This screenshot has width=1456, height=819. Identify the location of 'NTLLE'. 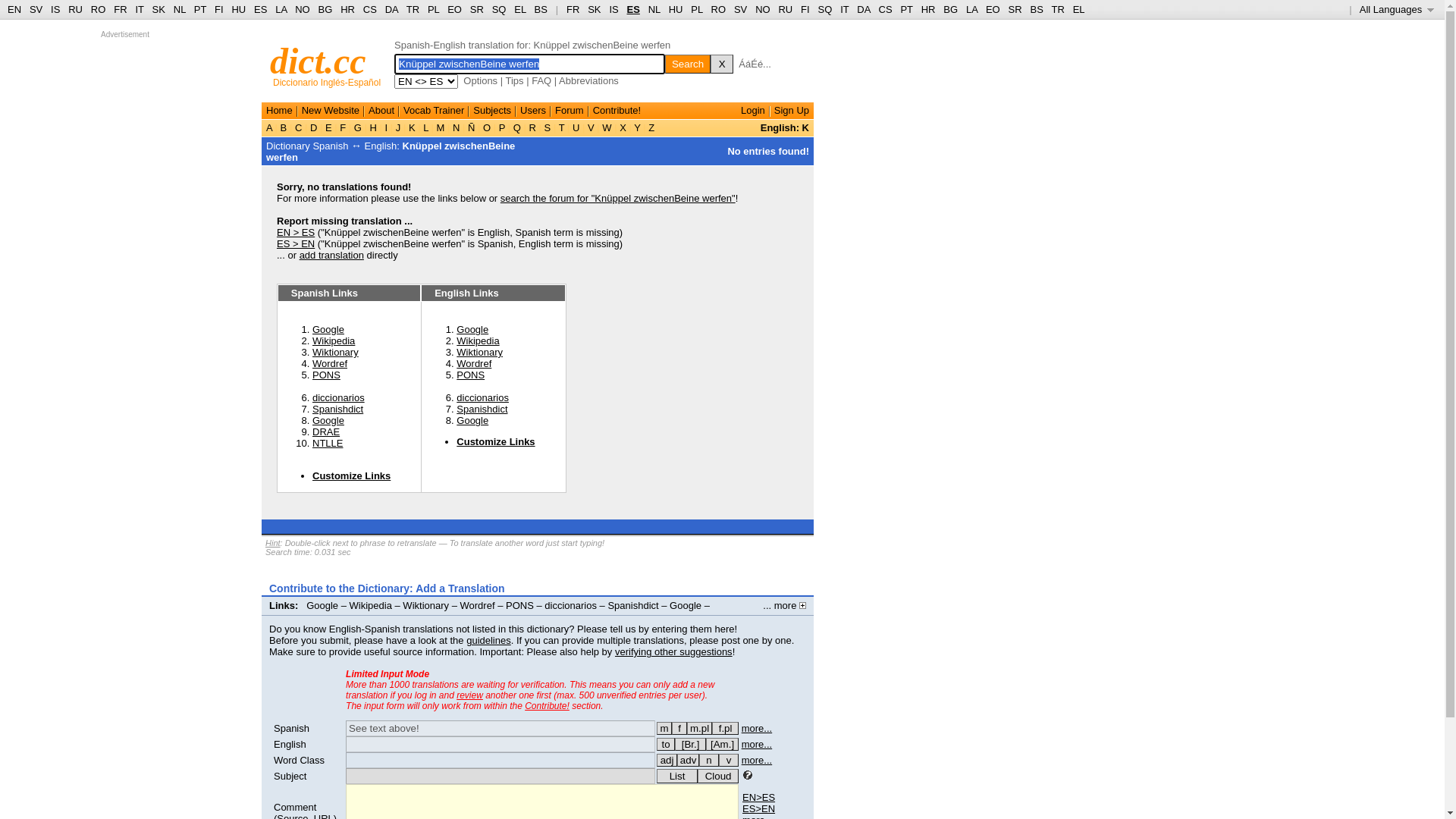
(327, 443).